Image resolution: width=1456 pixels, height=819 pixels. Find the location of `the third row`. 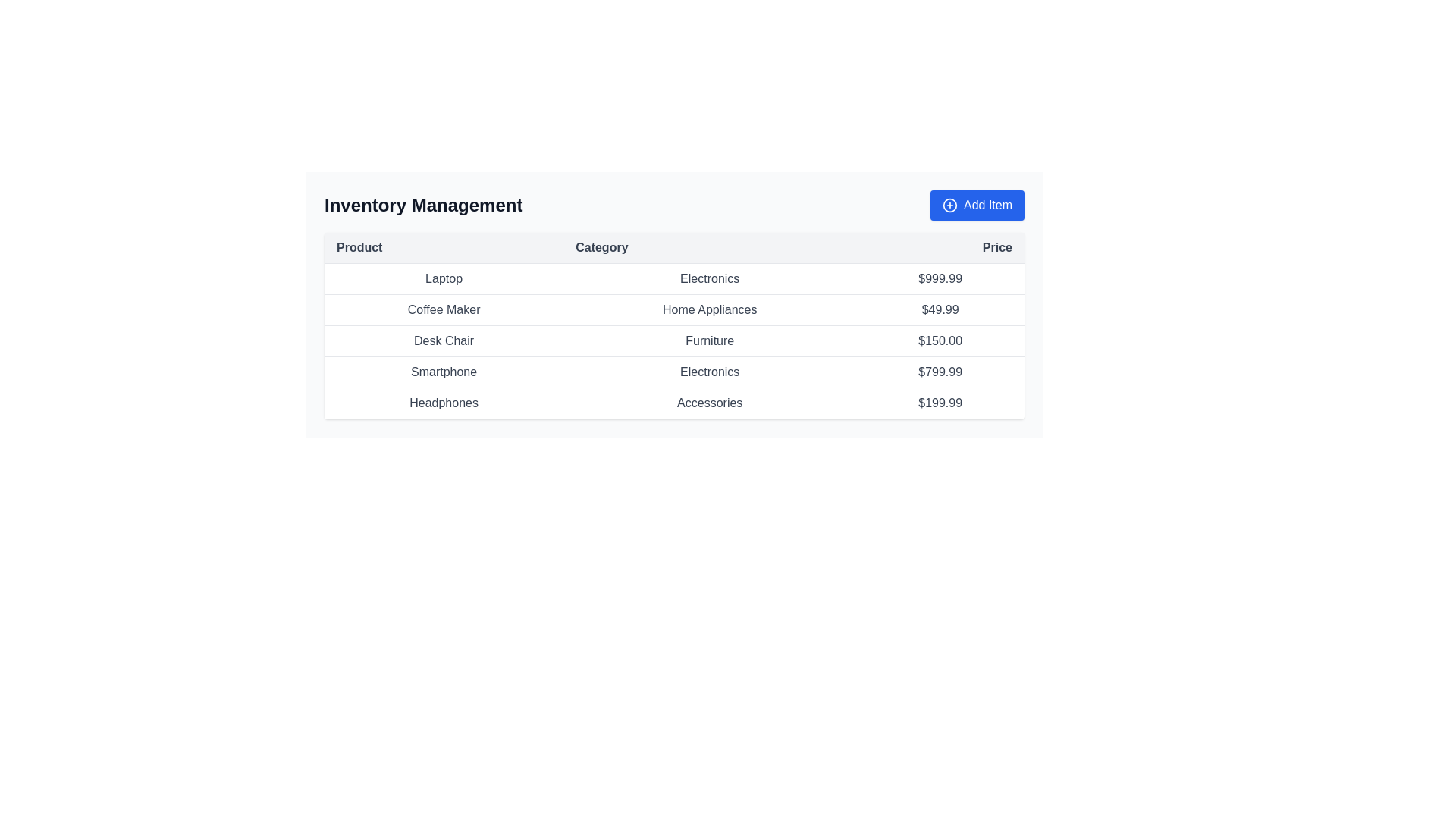

the third row is located at coordinates (673, 341).